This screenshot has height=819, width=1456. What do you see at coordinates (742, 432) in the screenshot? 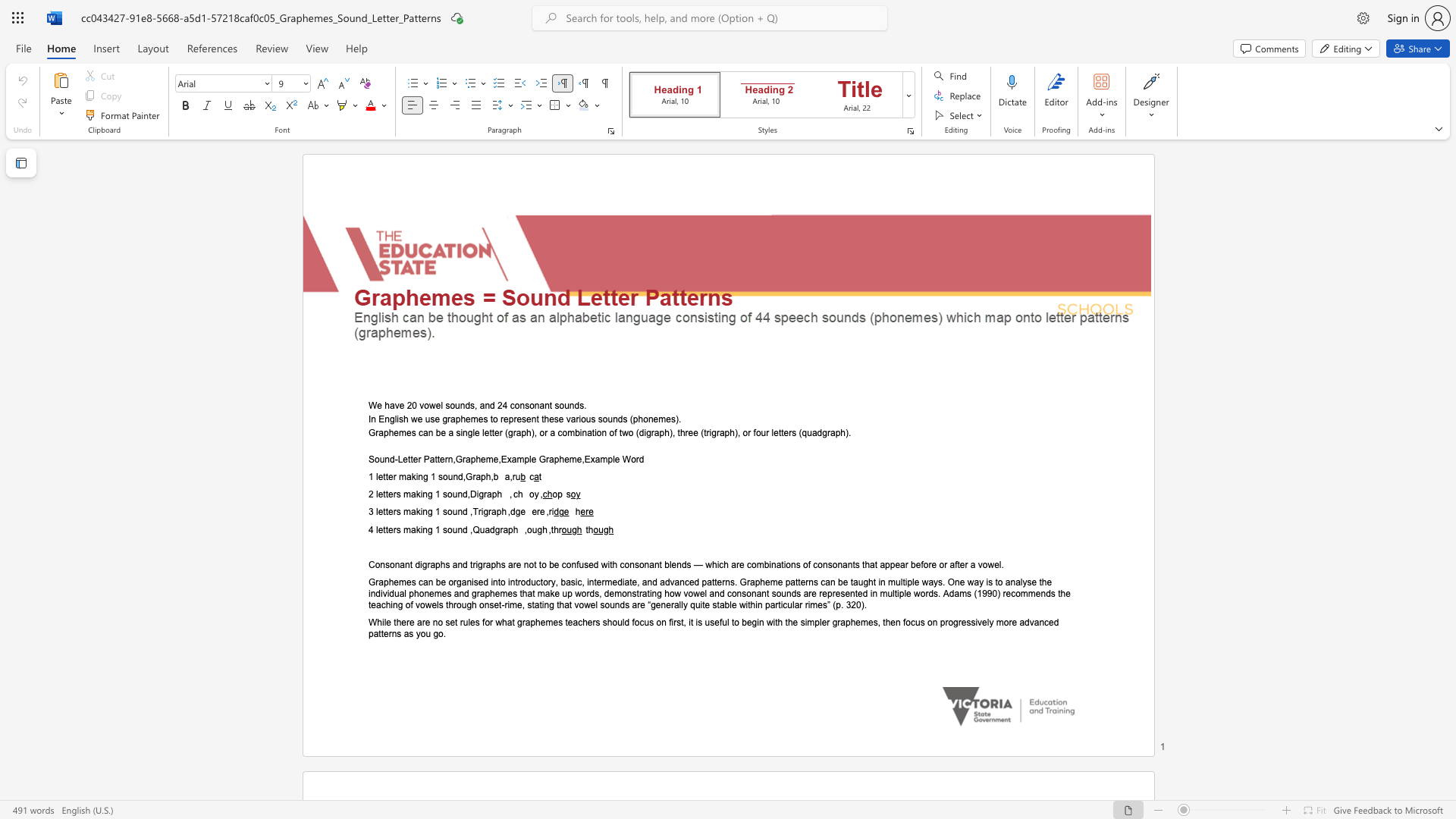
I see `the subset text "or four let" within the text "Graphemes can be a single letter (graph), or a combination of two (digraph), three (trigraph), or four letters (quadgraph)."` at bounding box center [742, 432].